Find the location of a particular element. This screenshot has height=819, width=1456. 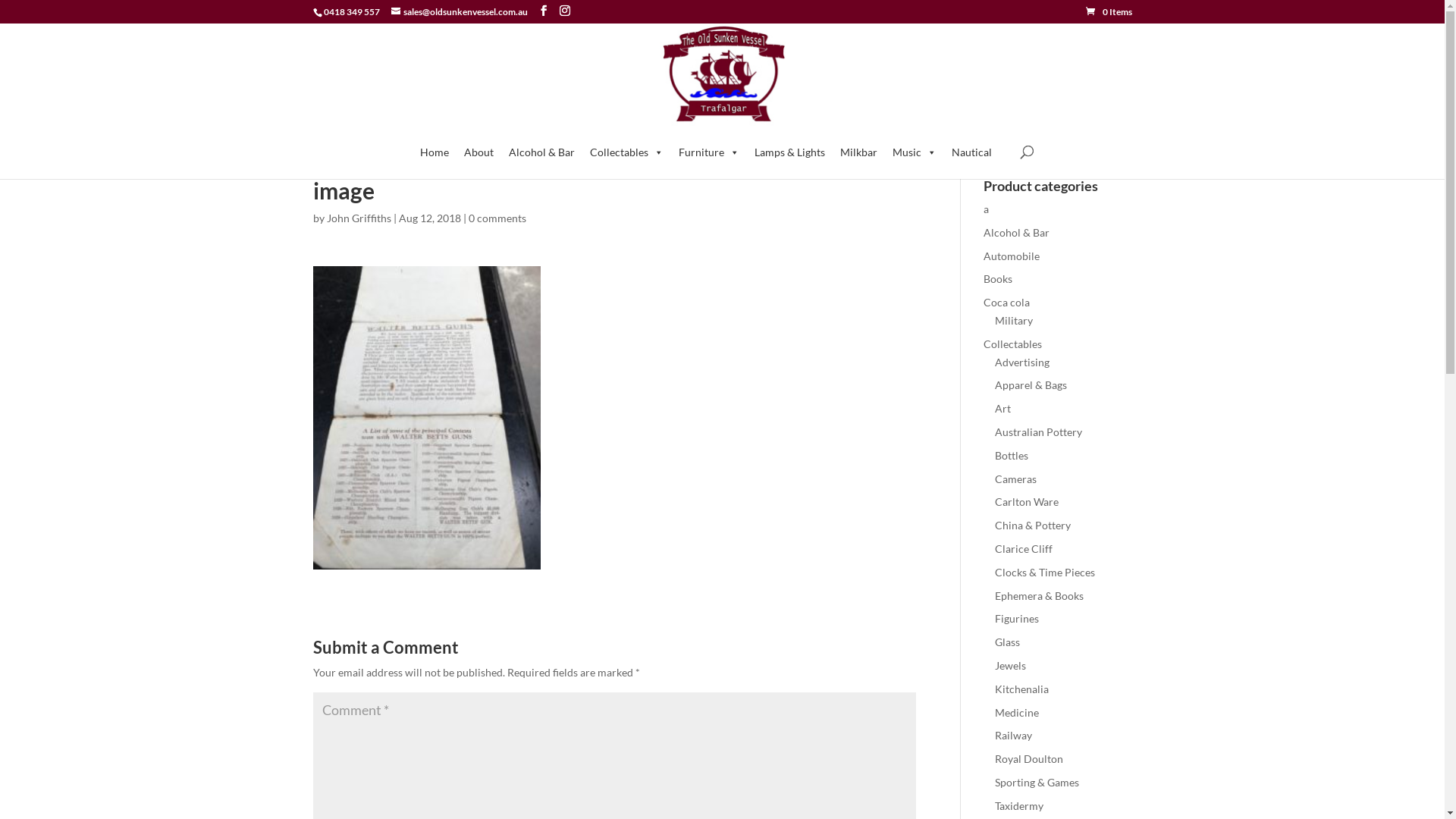

'China & Pottery' is located at coordinates (1032, 524).